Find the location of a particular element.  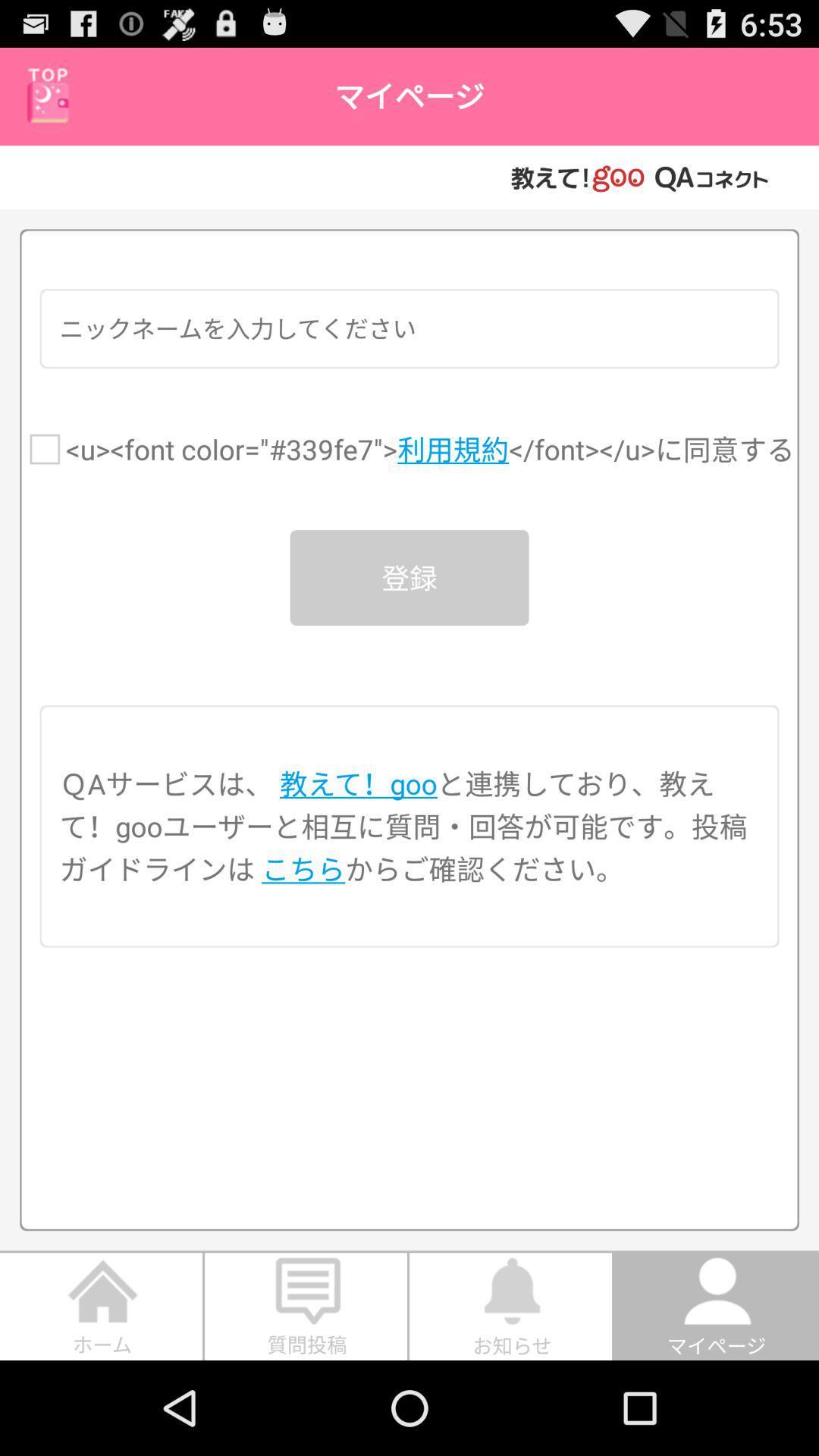

the icon to the left of the u font color is located at coordinates (44, 448).